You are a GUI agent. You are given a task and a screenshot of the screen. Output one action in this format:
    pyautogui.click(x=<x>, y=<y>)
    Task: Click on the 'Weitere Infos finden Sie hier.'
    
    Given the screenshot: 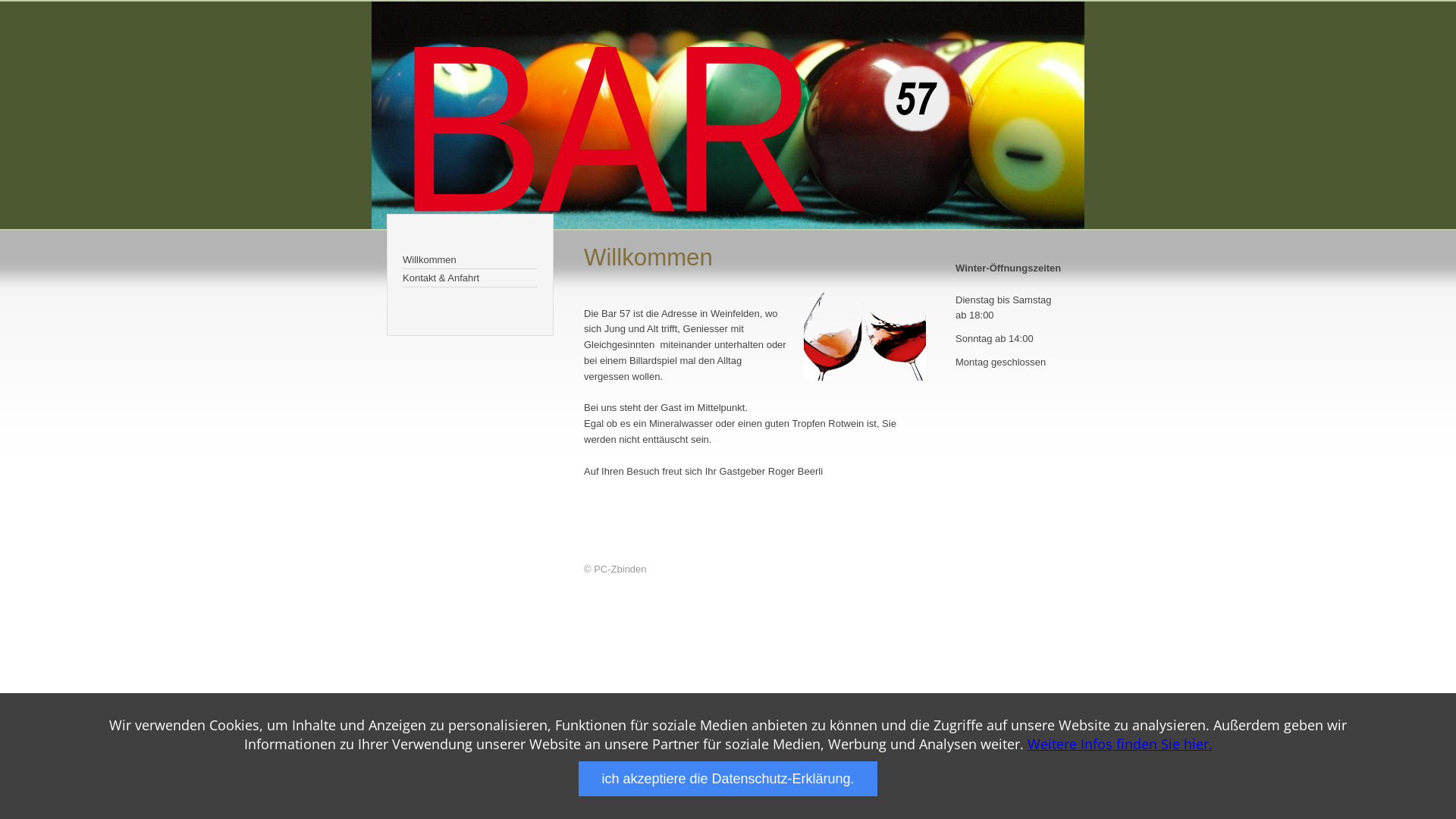 What is the action you would take?
    pyautogui.click(x=1119, y=742)
    